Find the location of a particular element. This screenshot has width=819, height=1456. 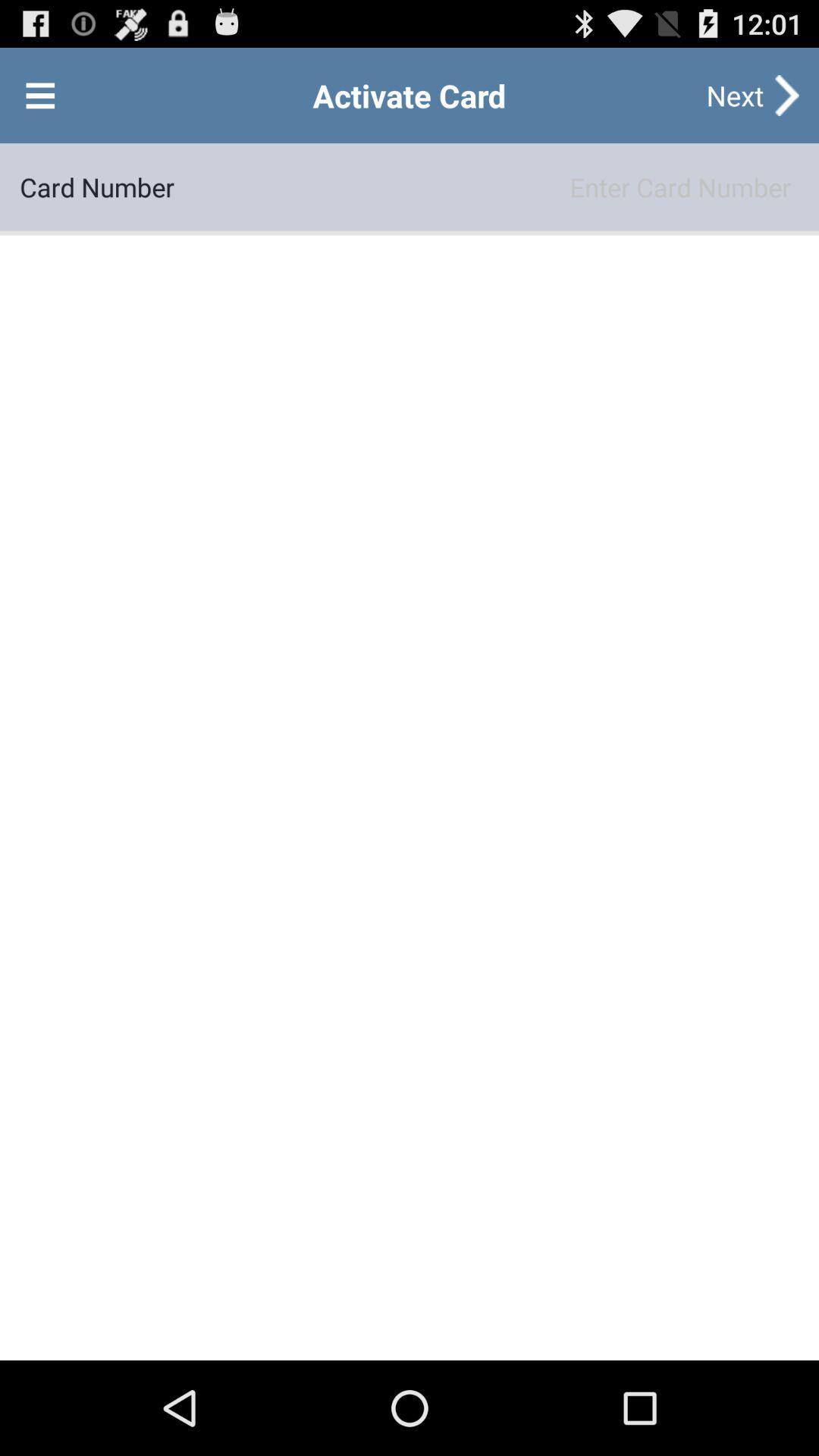

open menu is located at coordinates (39, 94).